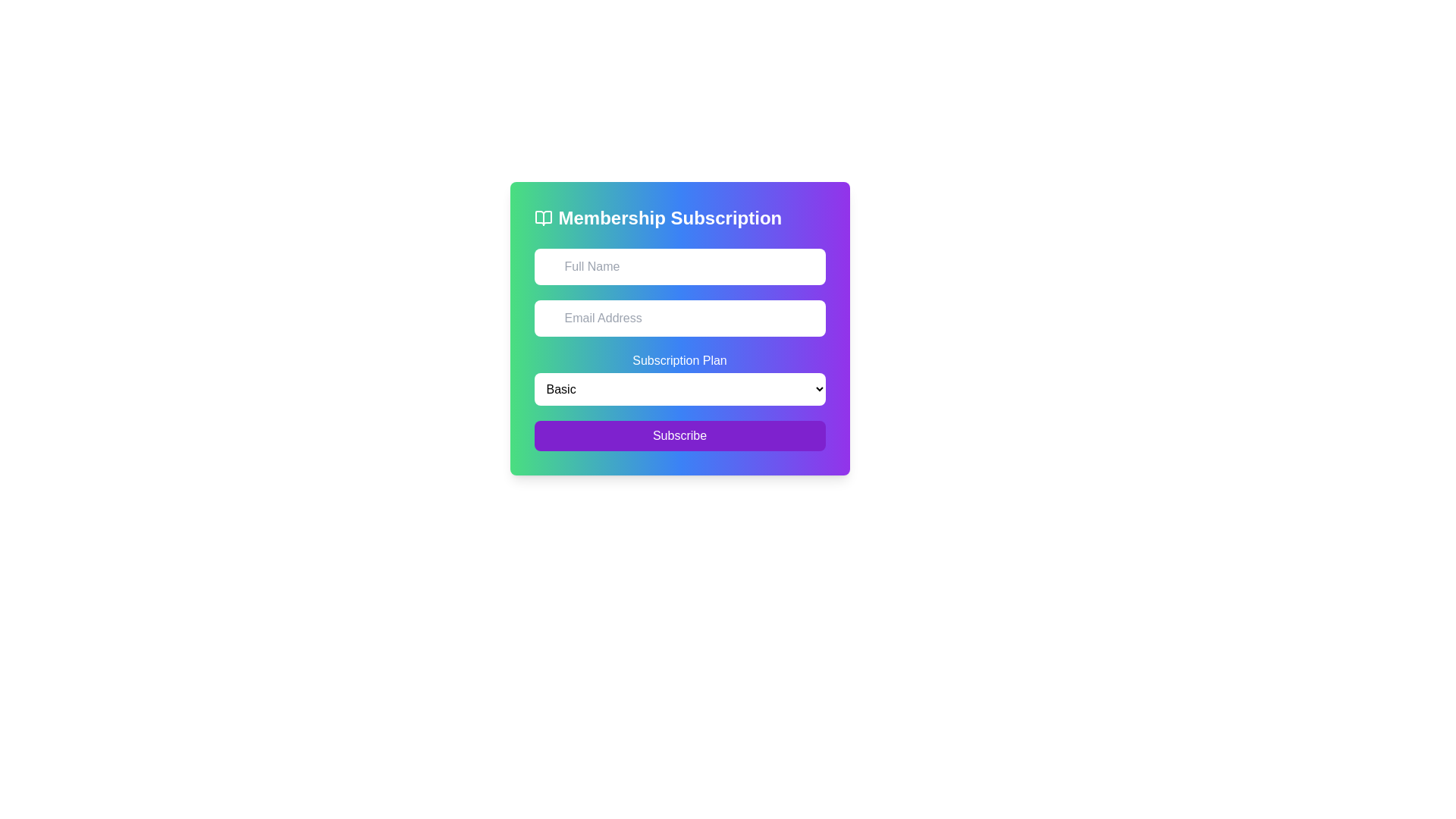 The width and height of the screenshot is (1456, 819). What do you see at coordinates (679, 378) in the screenshot?
I see `an option from the 'Membership Subscription' dropdown menu located beneath the 'Email Address' input field and above the 'Subscribe' button` at bounding box center [679, 378].